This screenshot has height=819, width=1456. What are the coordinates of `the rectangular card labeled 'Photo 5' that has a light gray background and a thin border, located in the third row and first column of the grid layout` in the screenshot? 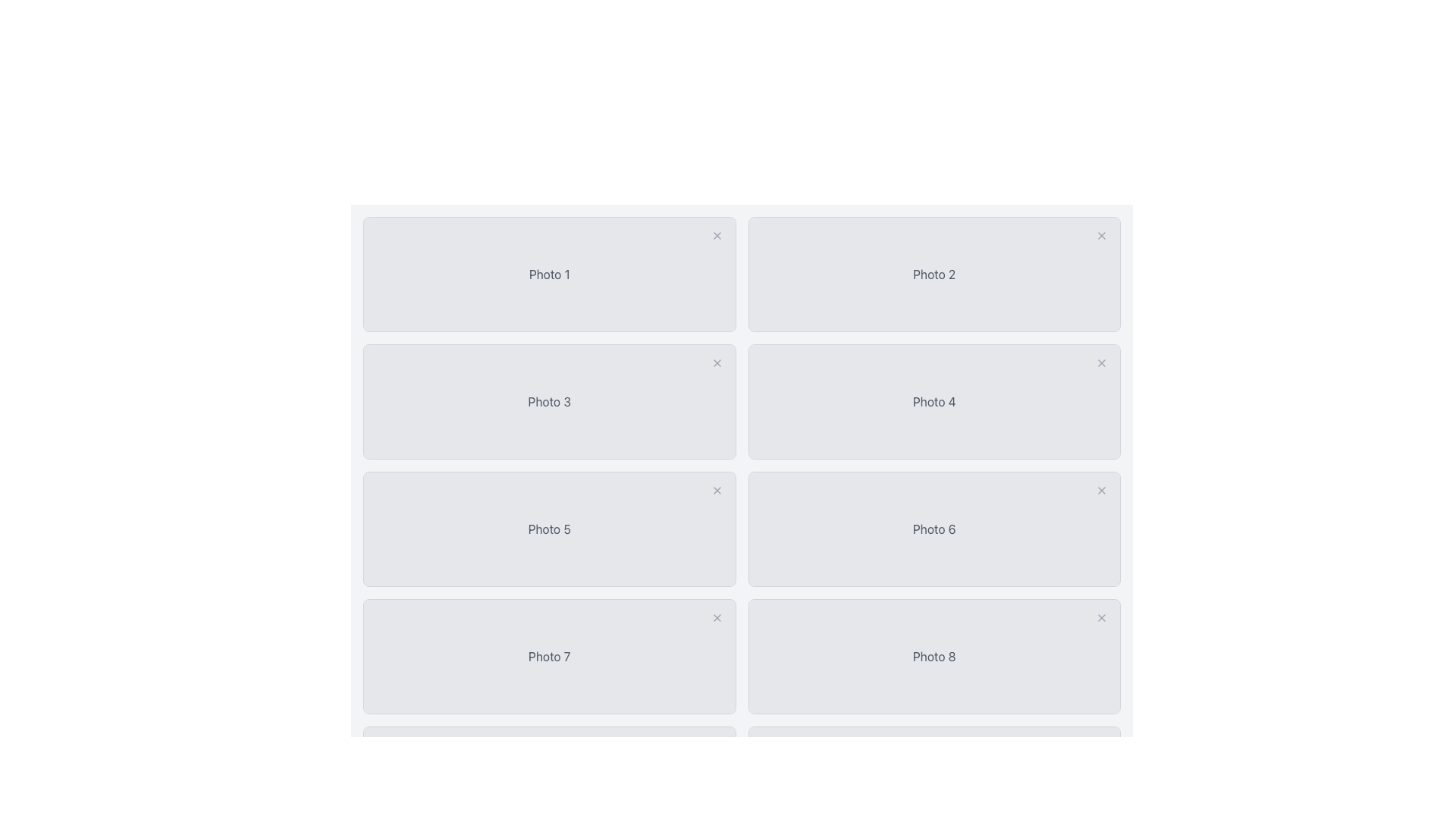 It's located at (548, 529).